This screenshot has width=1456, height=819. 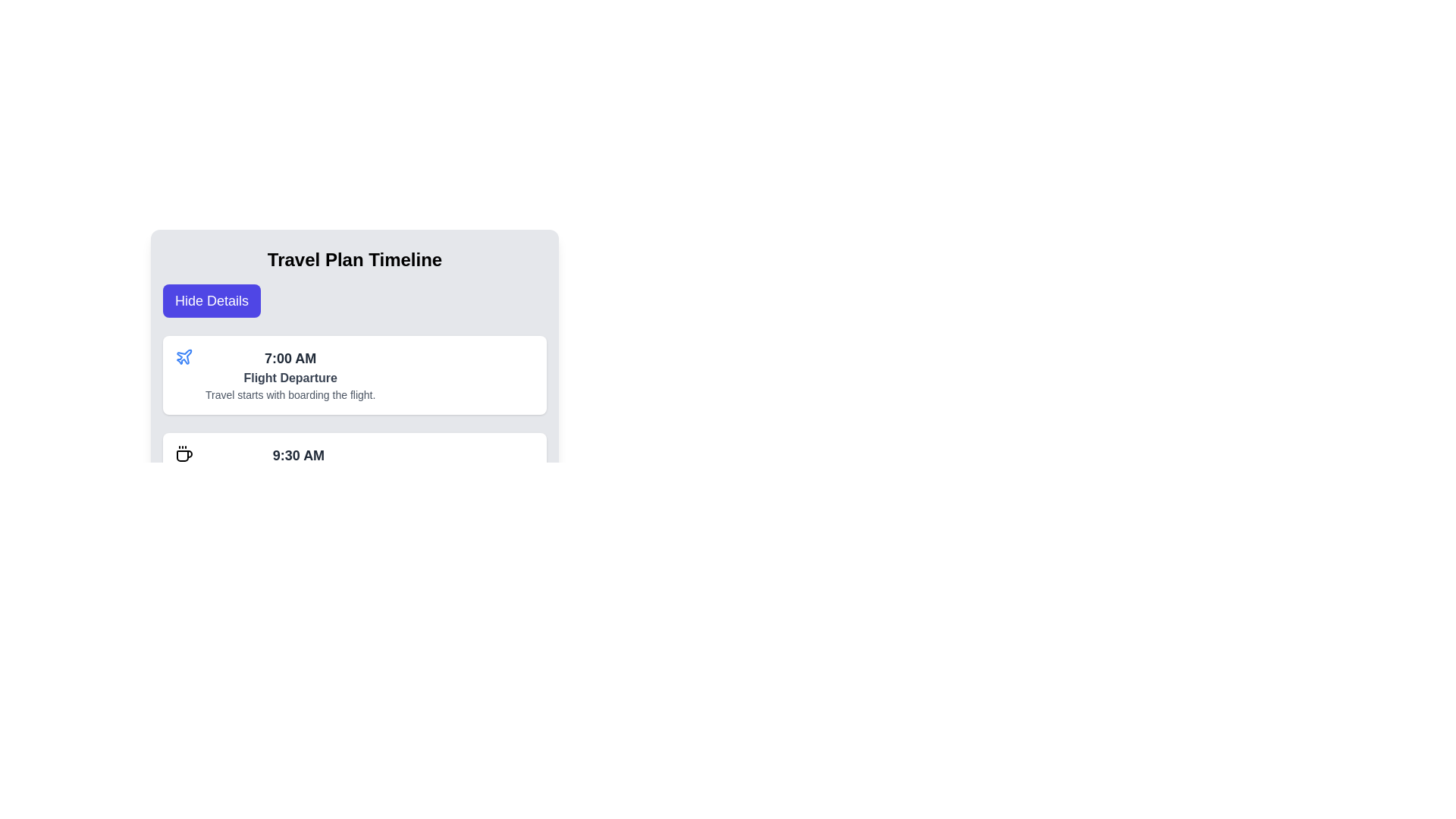 What do you see at coordinates (298, 472) in the screenshot?
I see `the Timeline card entry that displays '9:30 AM', 'Breakfast', and 'Enjoy a luxurious breakfast in the skies.'` at bounding box center [298, 472].